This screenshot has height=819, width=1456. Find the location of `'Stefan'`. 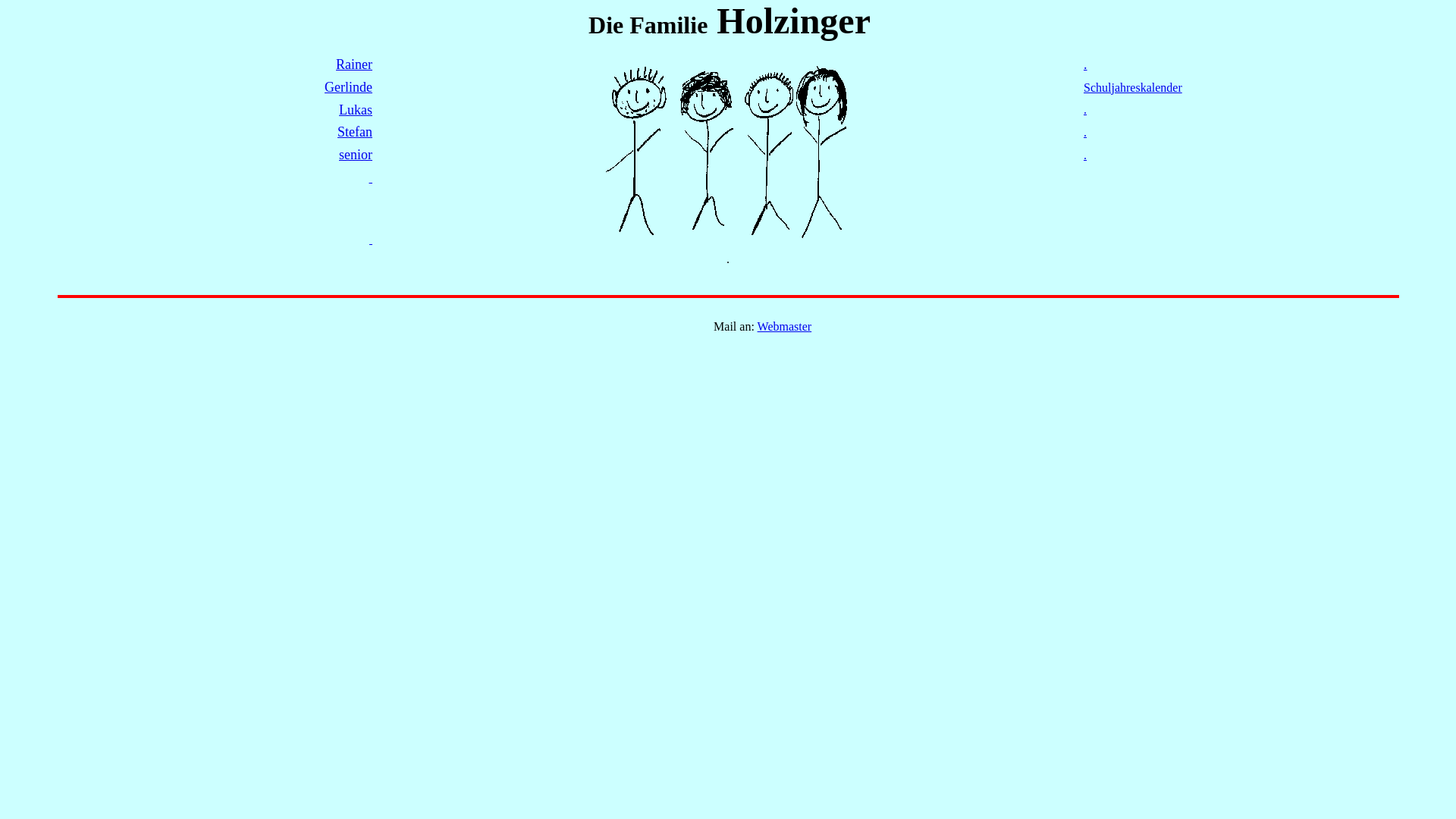

'Stefan' is located at coordinates (354, 131).